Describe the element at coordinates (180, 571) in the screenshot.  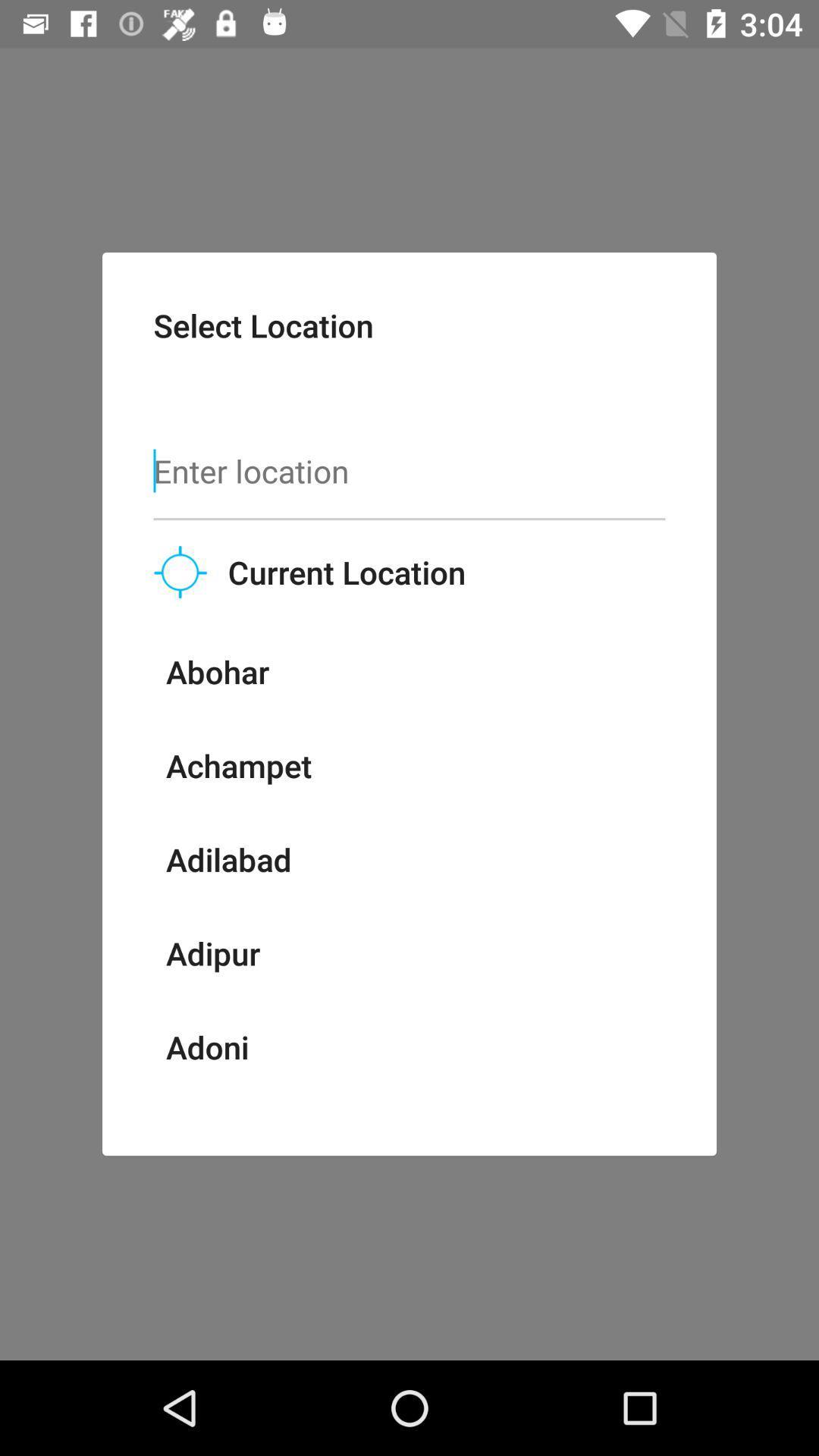
I see `the item above abohar item` at that location.